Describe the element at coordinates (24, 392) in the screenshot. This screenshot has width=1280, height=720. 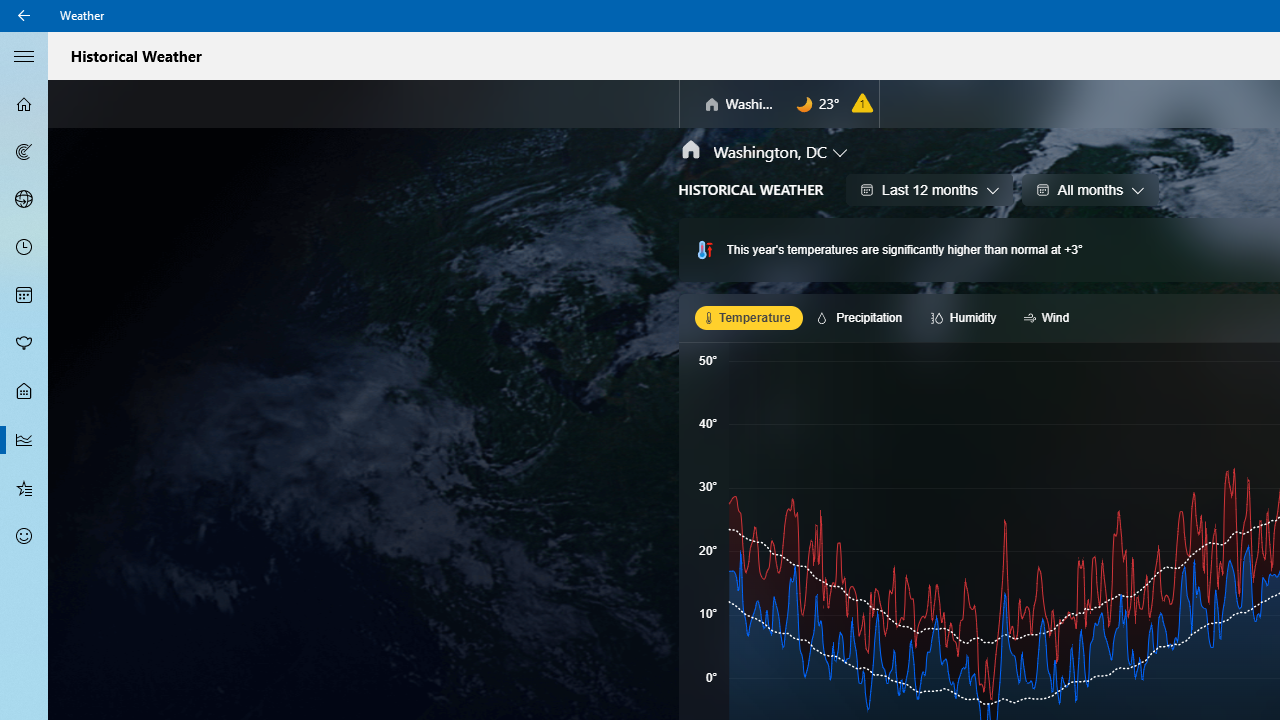
I see `'Life - Not Selected'` at that location.